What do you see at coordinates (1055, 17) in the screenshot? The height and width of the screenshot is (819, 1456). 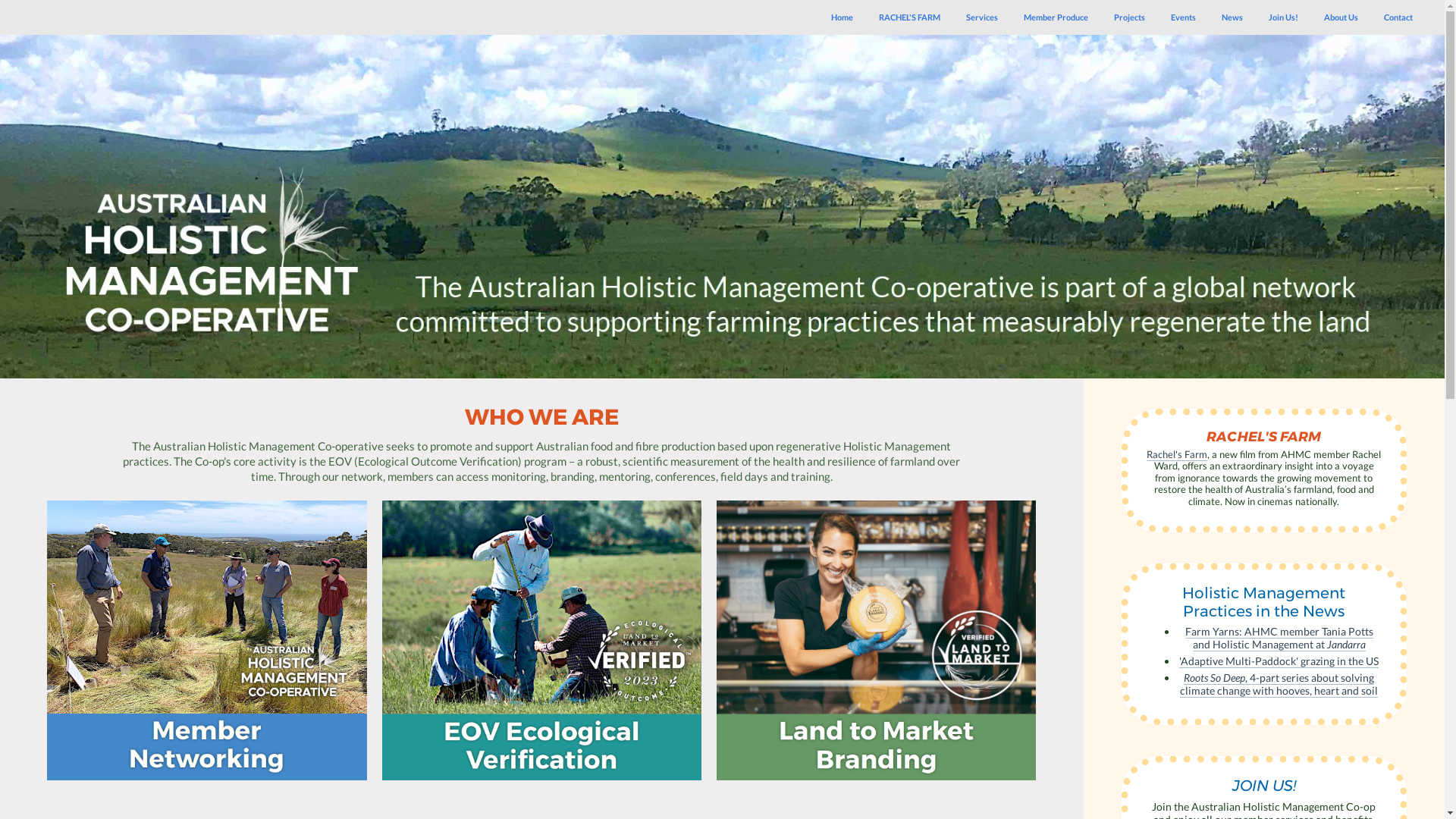 I see `'Member Produce'` at bounding box center [1055, 17].